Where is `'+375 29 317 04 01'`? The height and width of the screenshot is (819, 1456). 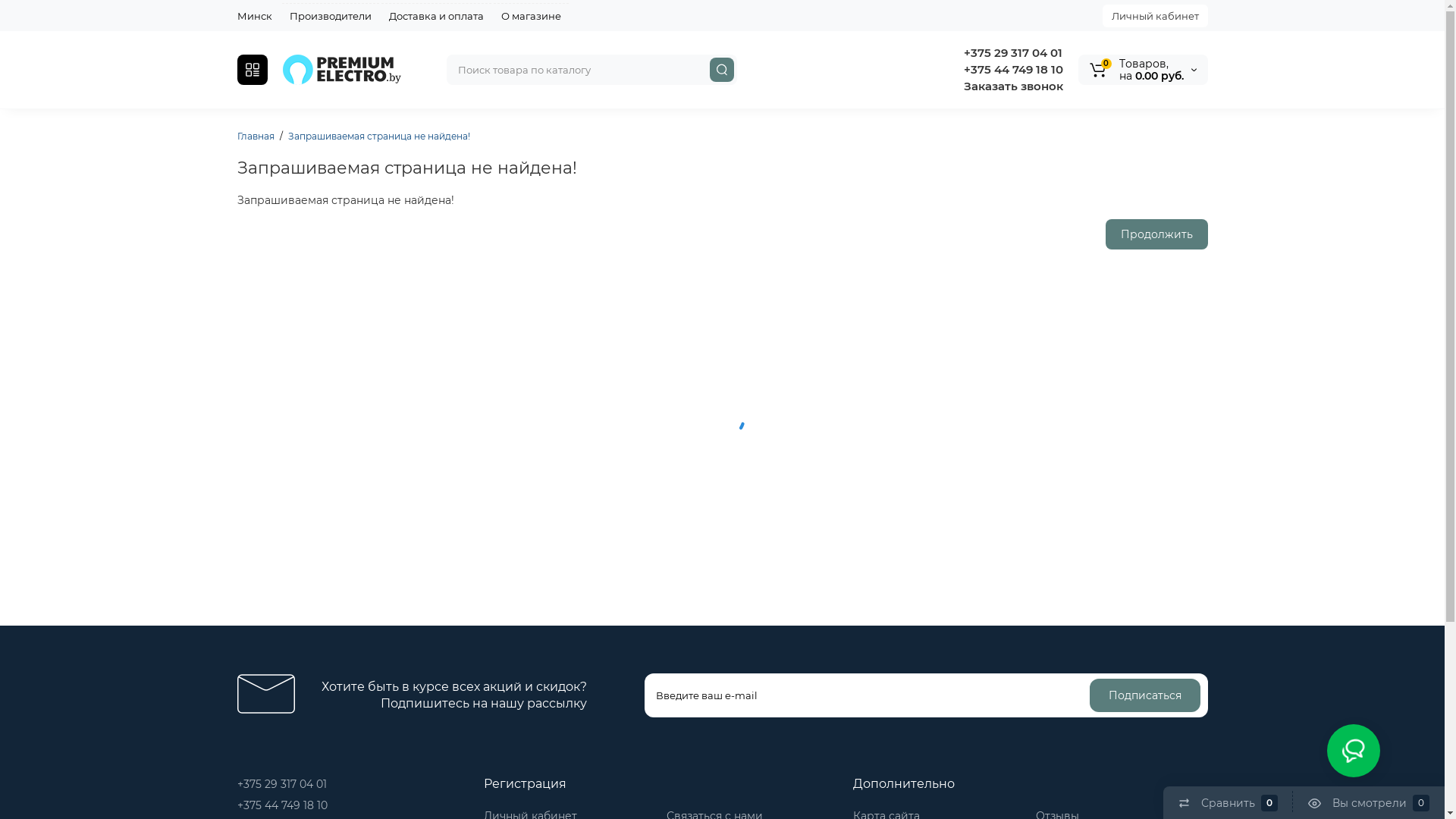
'+375 29 317 04 01' is located at coordinates (1011, 52).